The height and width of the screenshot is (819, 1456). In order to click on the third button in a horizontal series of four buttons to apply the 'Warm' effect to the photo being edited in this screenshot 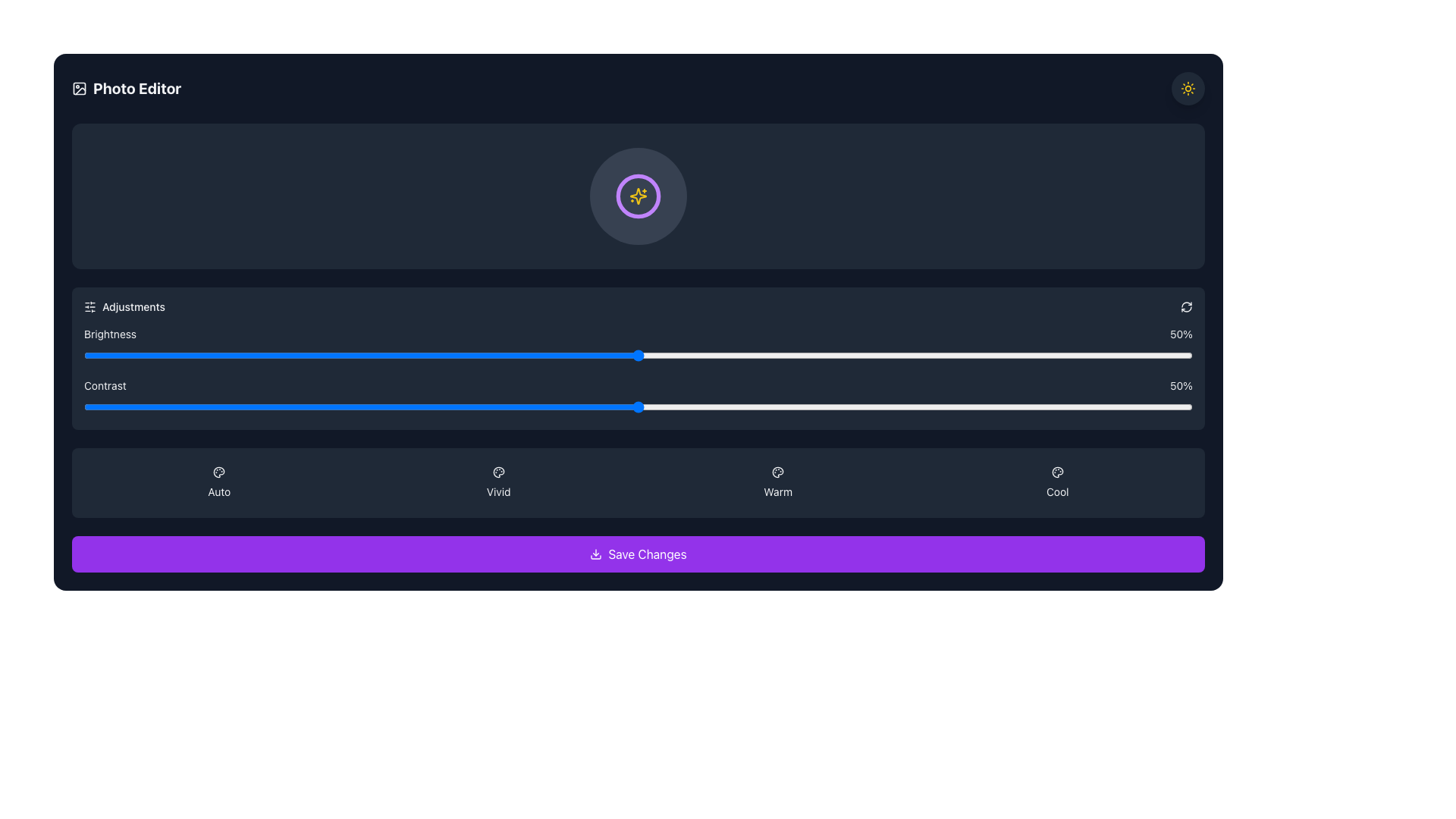, I will do `click(778, 482)`.